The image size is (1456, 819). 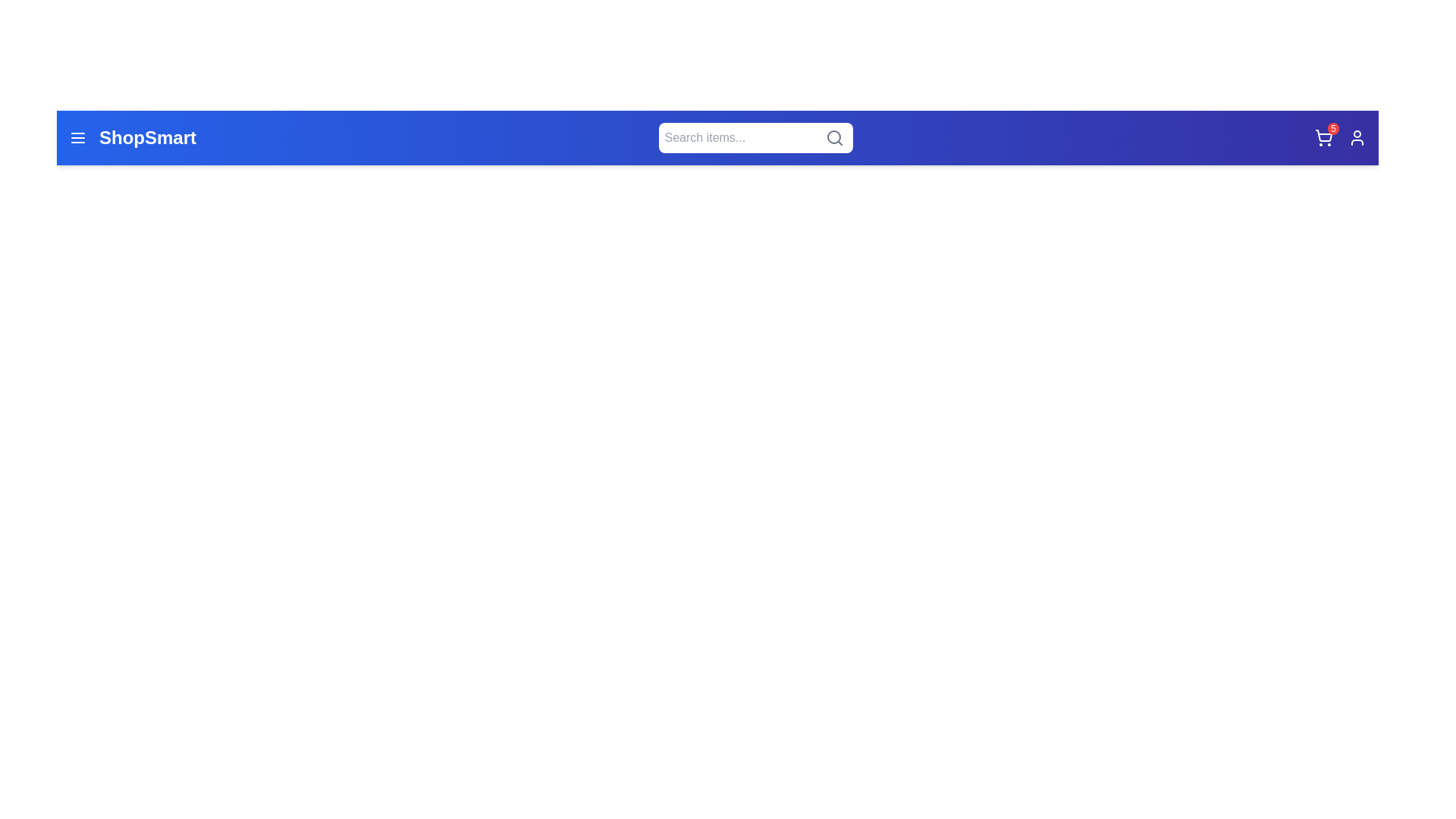 I want to click on the shopping cart icon to view items in the cart, so click(x=1323, y=137).